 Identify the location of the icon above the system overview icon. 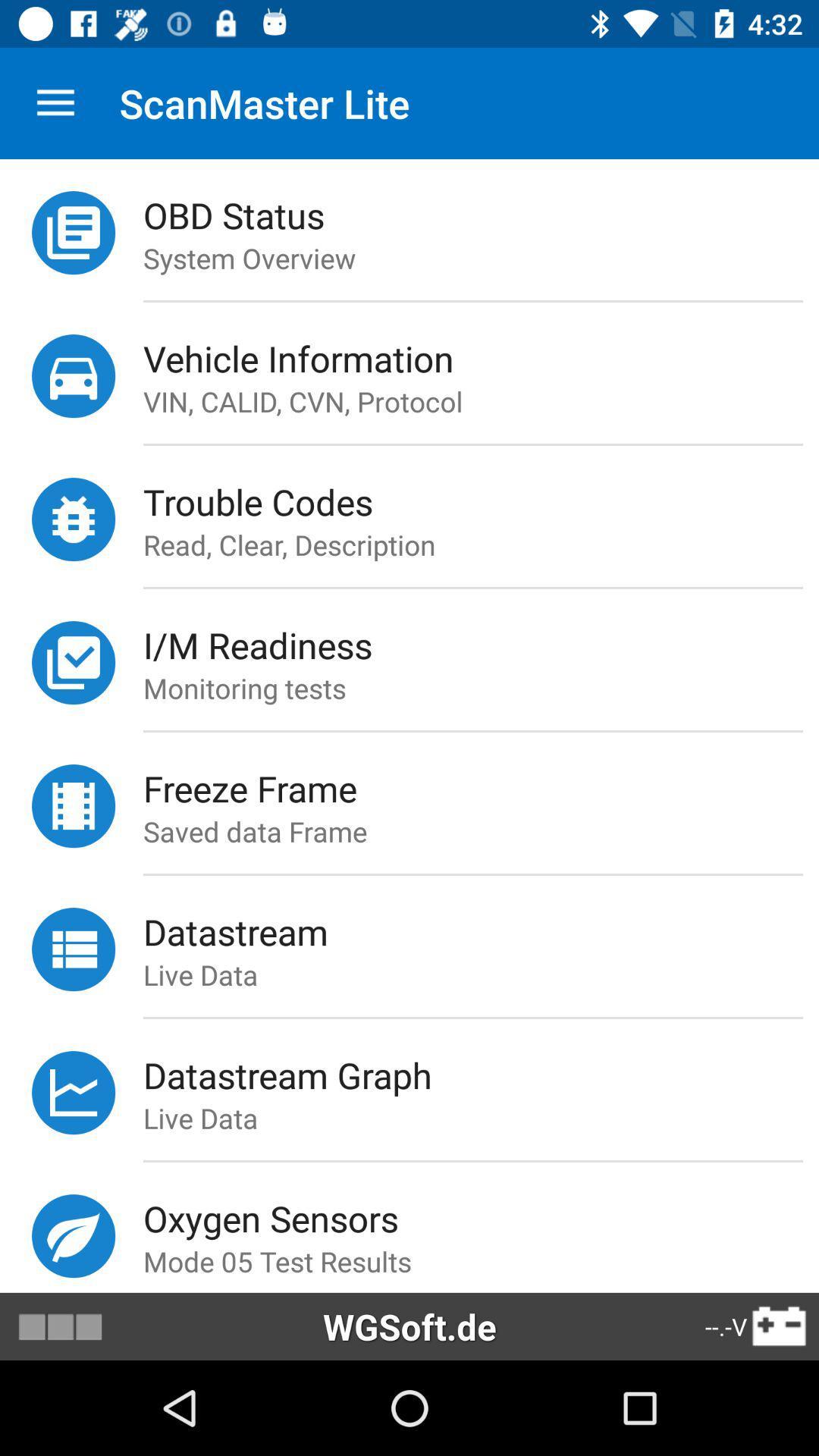
(481, 214).